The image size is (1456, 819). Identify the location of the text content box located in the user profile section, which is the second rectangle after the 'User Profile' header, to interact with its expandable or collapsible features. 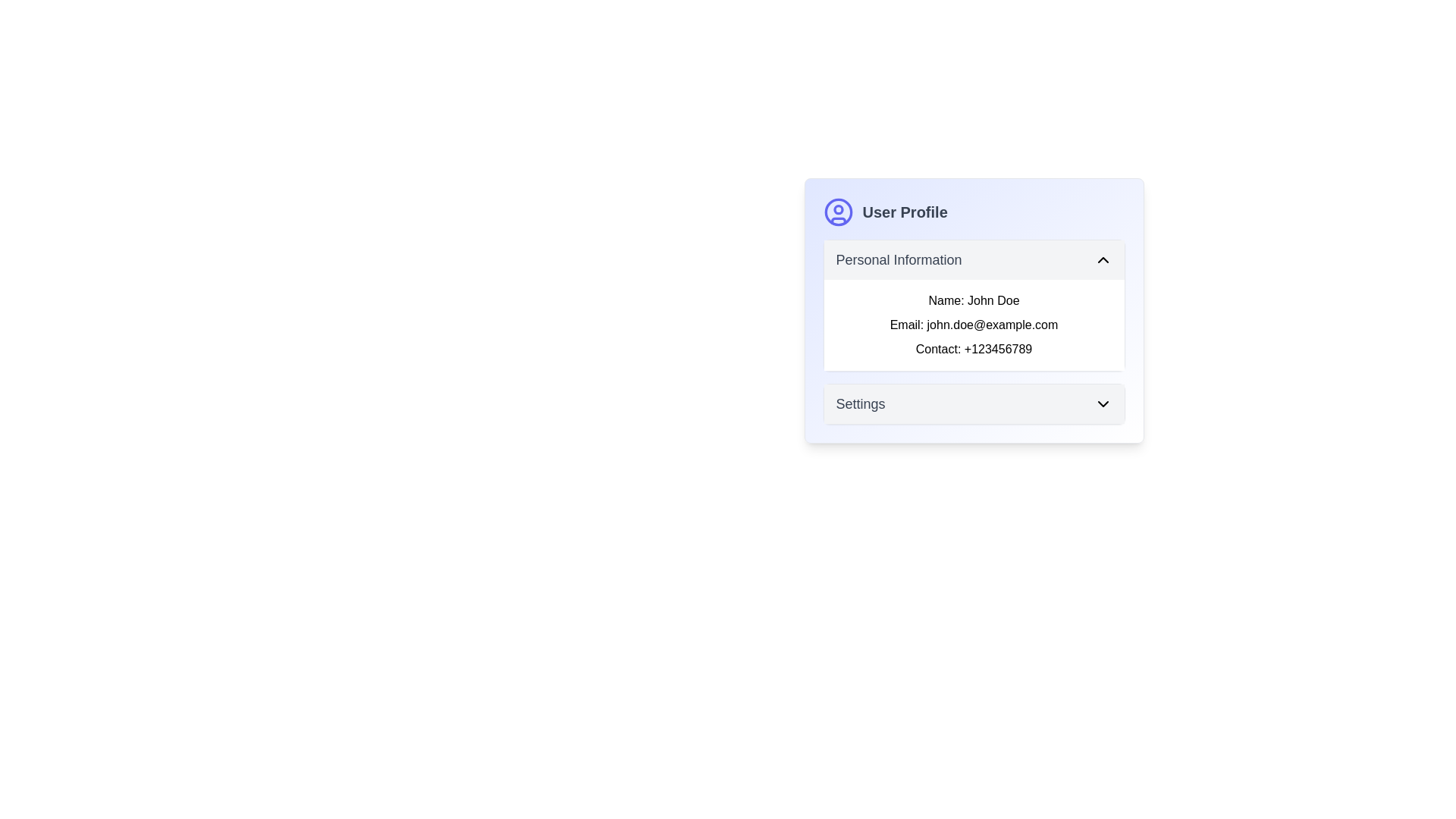
(974, 305).